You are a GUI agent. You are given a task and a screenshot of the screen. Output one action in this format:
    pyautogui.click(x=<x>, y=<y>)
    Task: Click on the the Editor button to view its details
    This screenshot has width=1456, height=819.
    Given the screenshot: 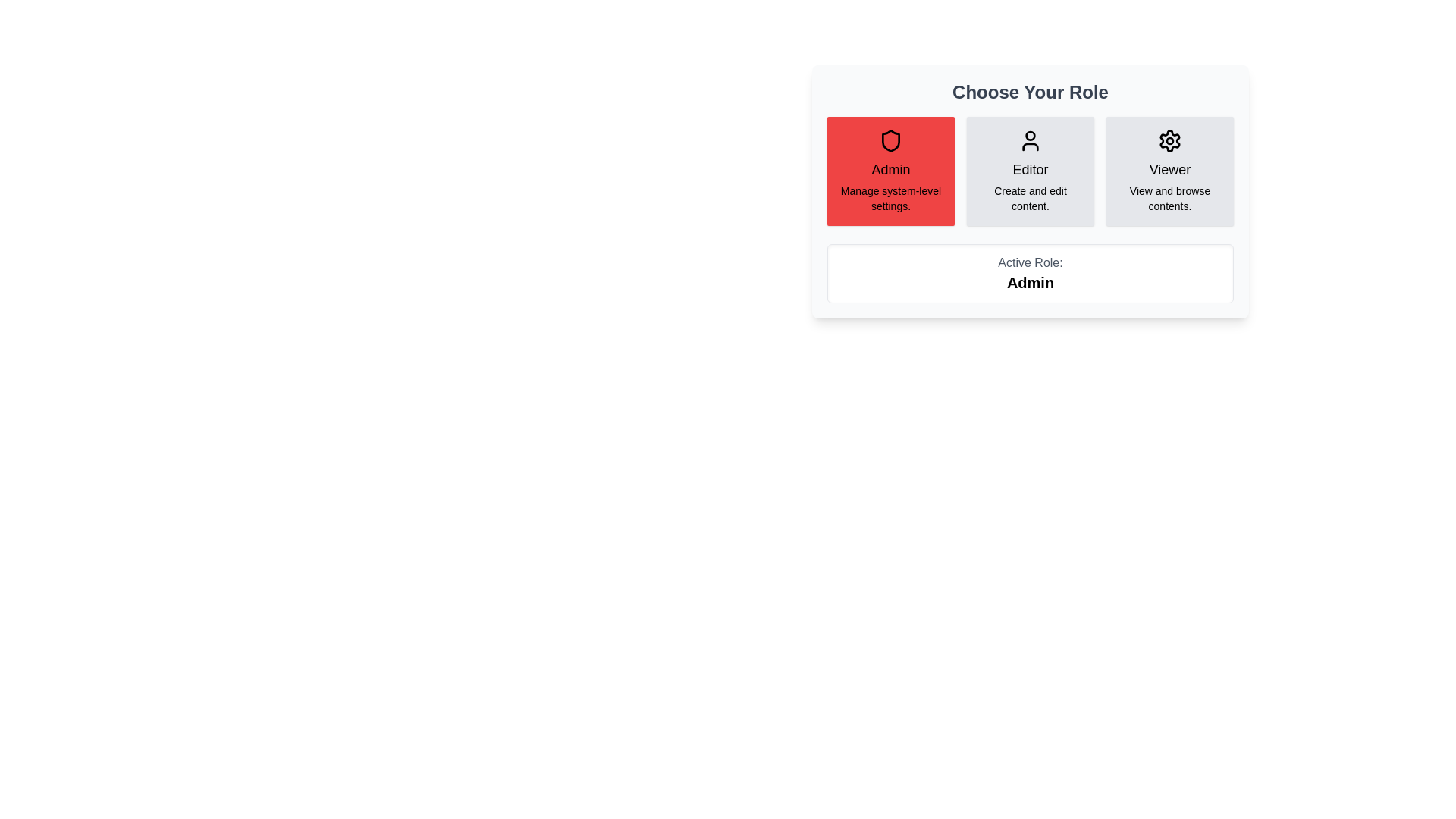 What is the action you would take?
    pyautogui.click(x=1030, y=171)
    